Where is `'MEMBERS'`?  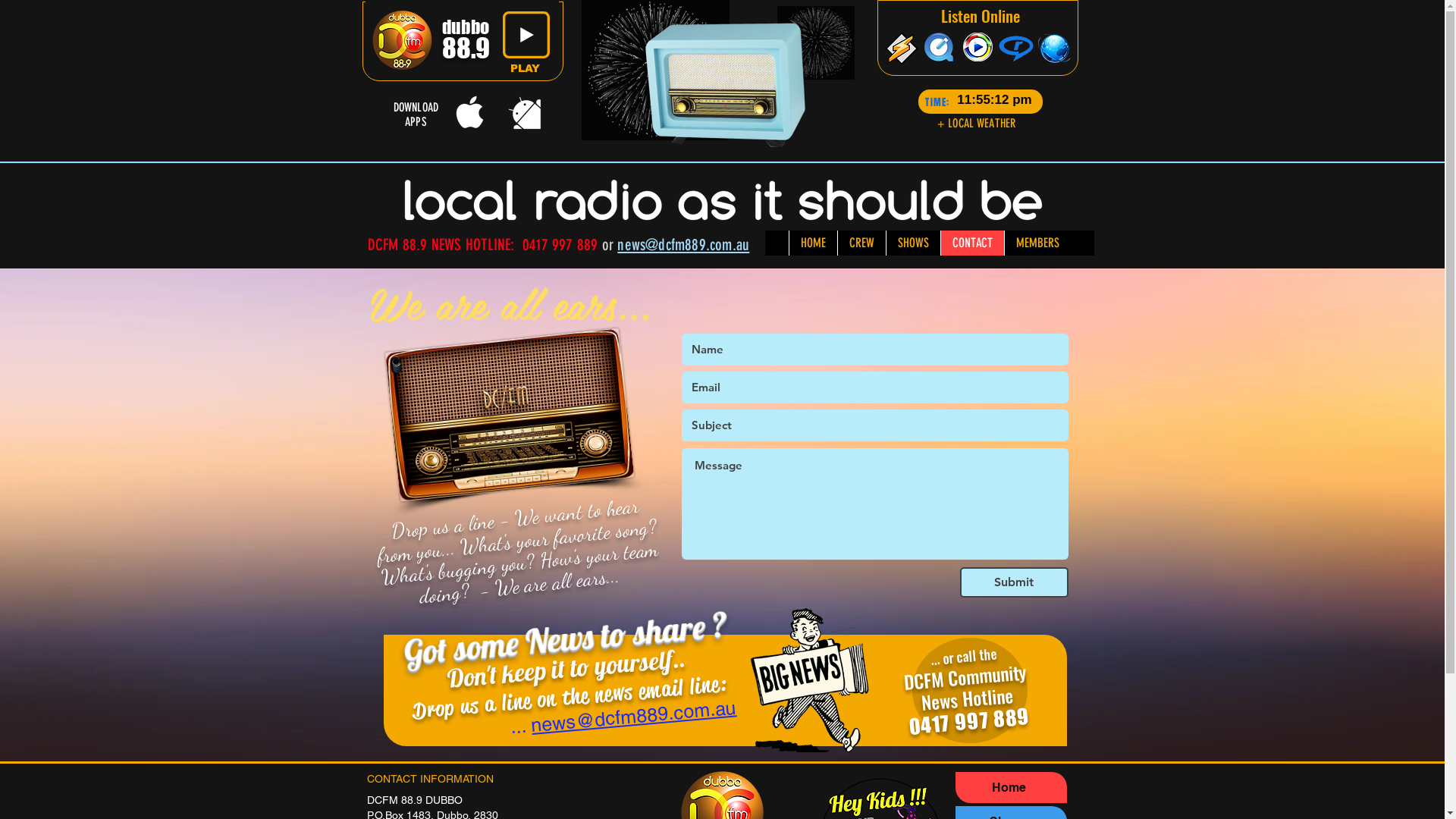 'MEMBERS' is located at coordinates (1037, 242).